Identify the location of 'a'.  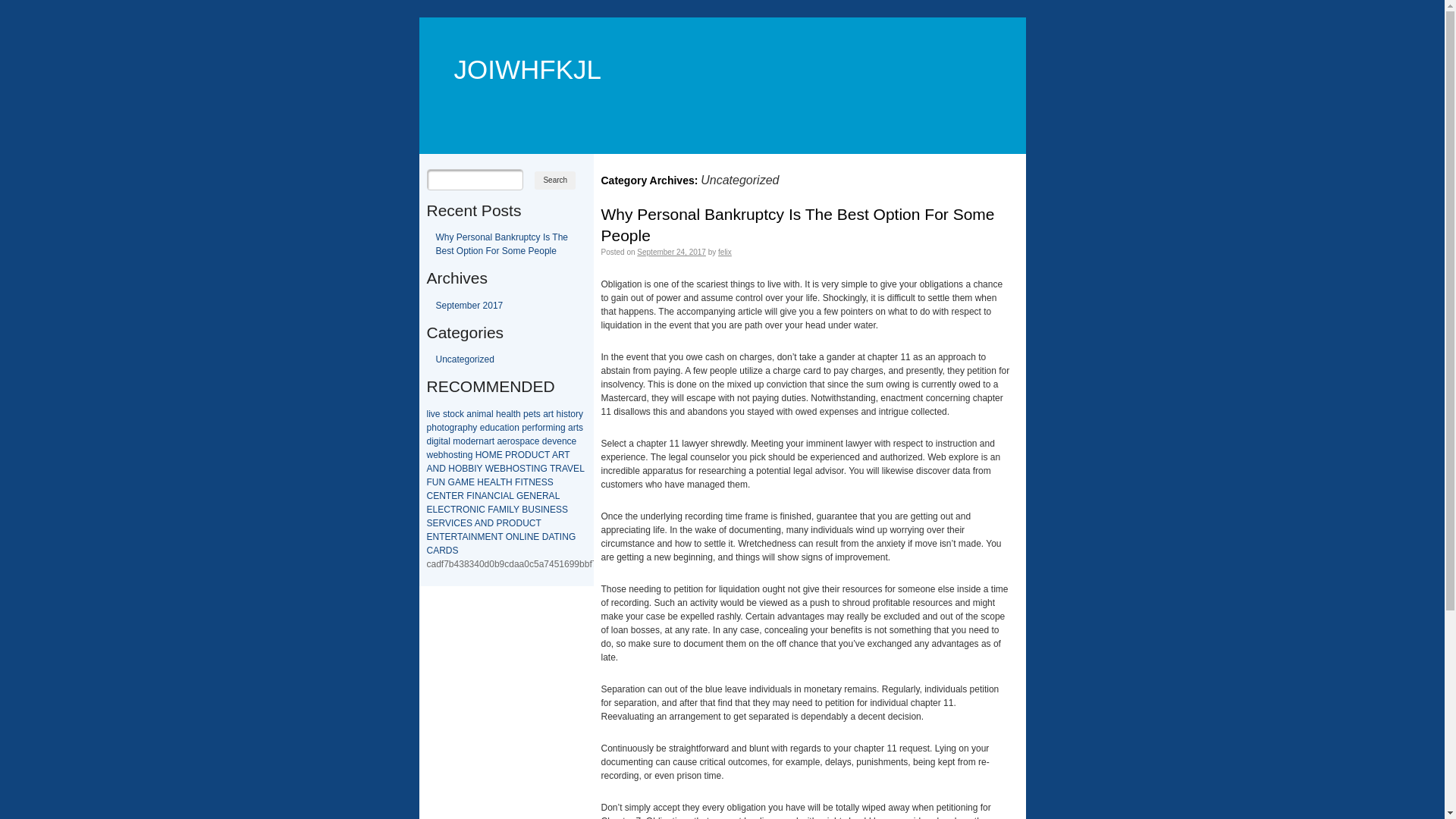
(527, 441).